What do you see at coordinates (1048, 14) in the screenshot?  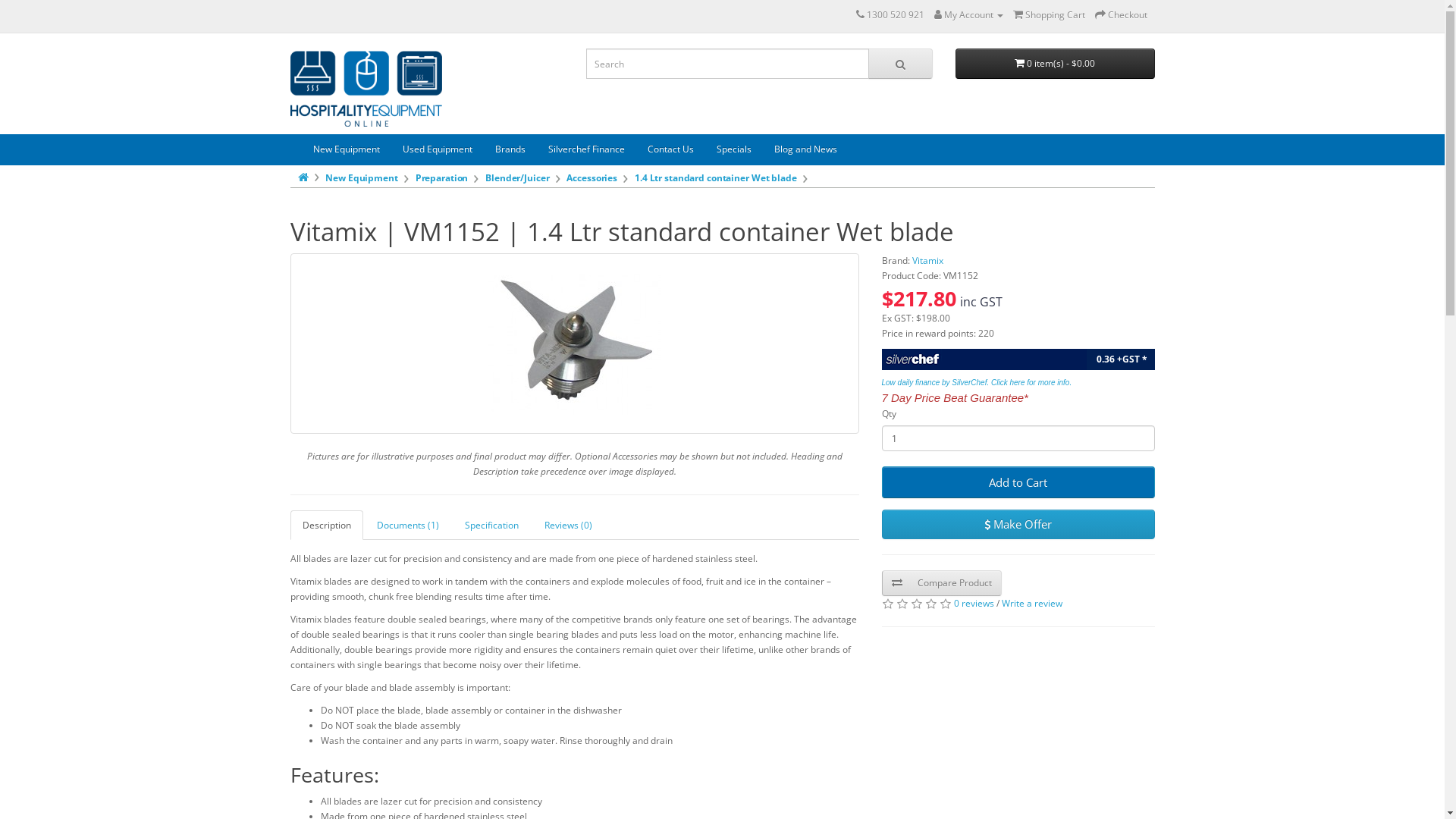 I see `'Shopping Cart'` at bounding box center [1048, 14].